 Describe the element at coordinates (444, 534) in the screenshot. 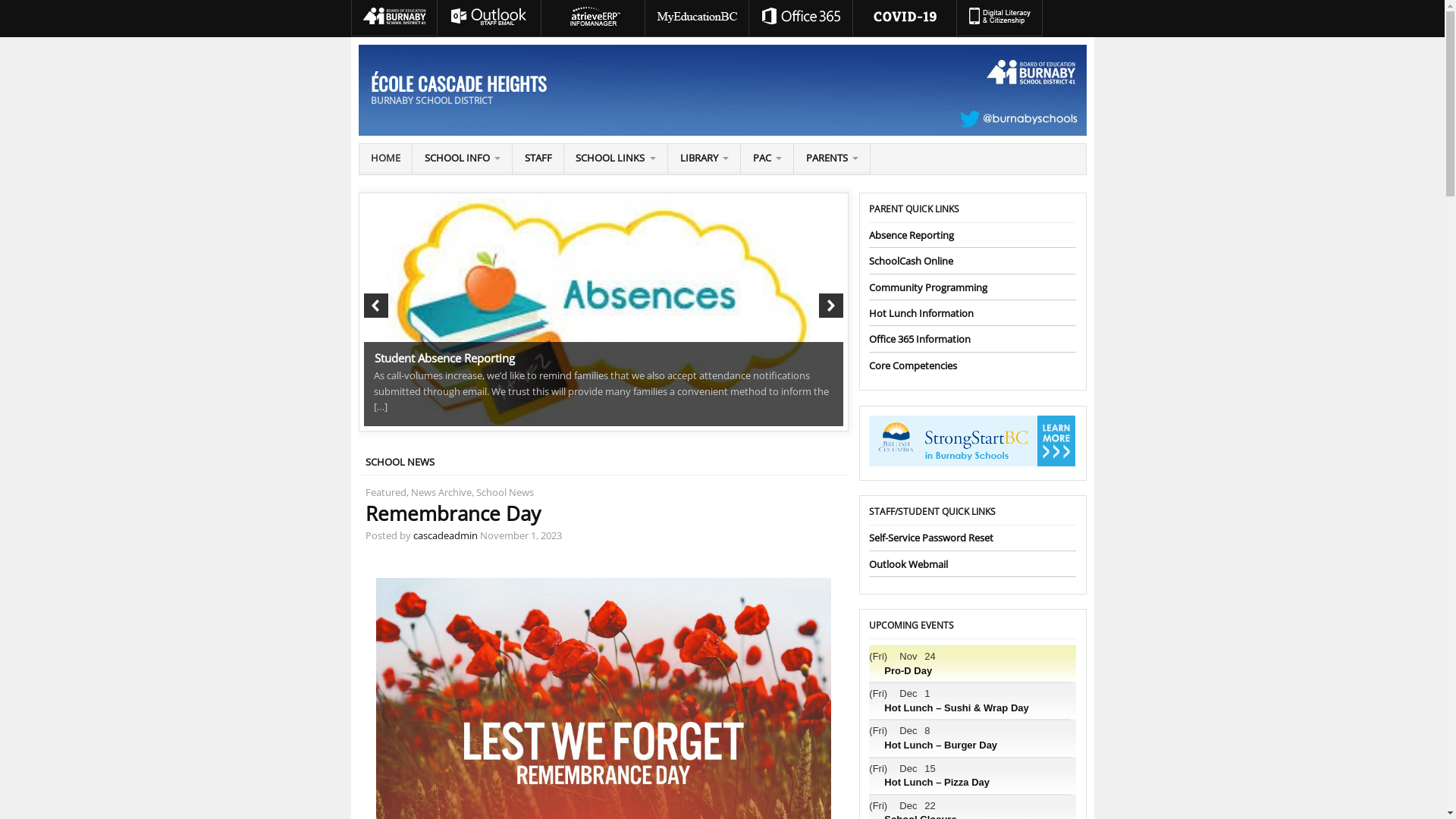

I see `'cascadeadmin'` at that location.